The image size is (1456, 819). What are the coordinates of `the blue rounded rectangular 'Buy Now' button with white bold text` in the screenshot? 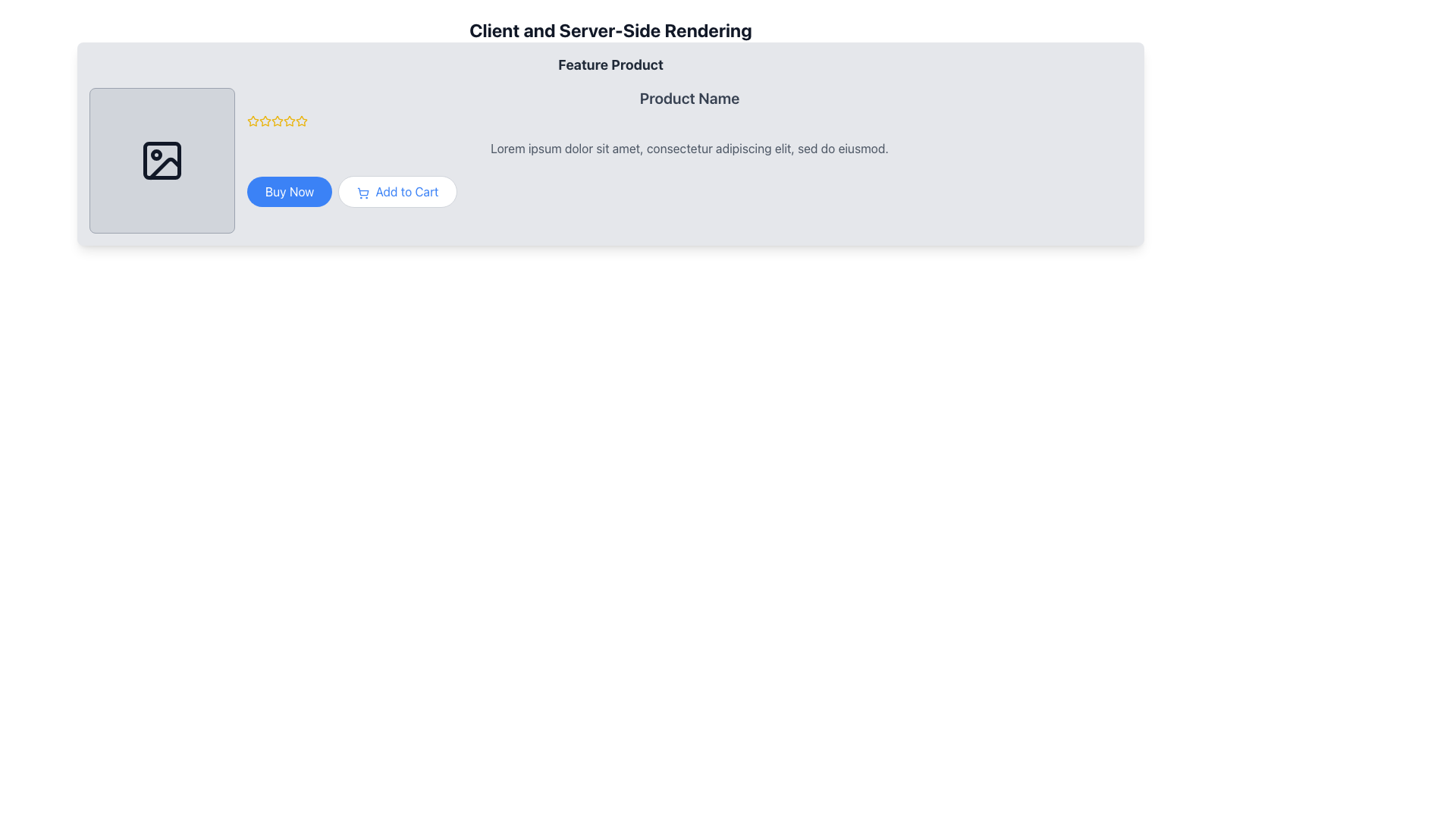 It's located at (290, 191).